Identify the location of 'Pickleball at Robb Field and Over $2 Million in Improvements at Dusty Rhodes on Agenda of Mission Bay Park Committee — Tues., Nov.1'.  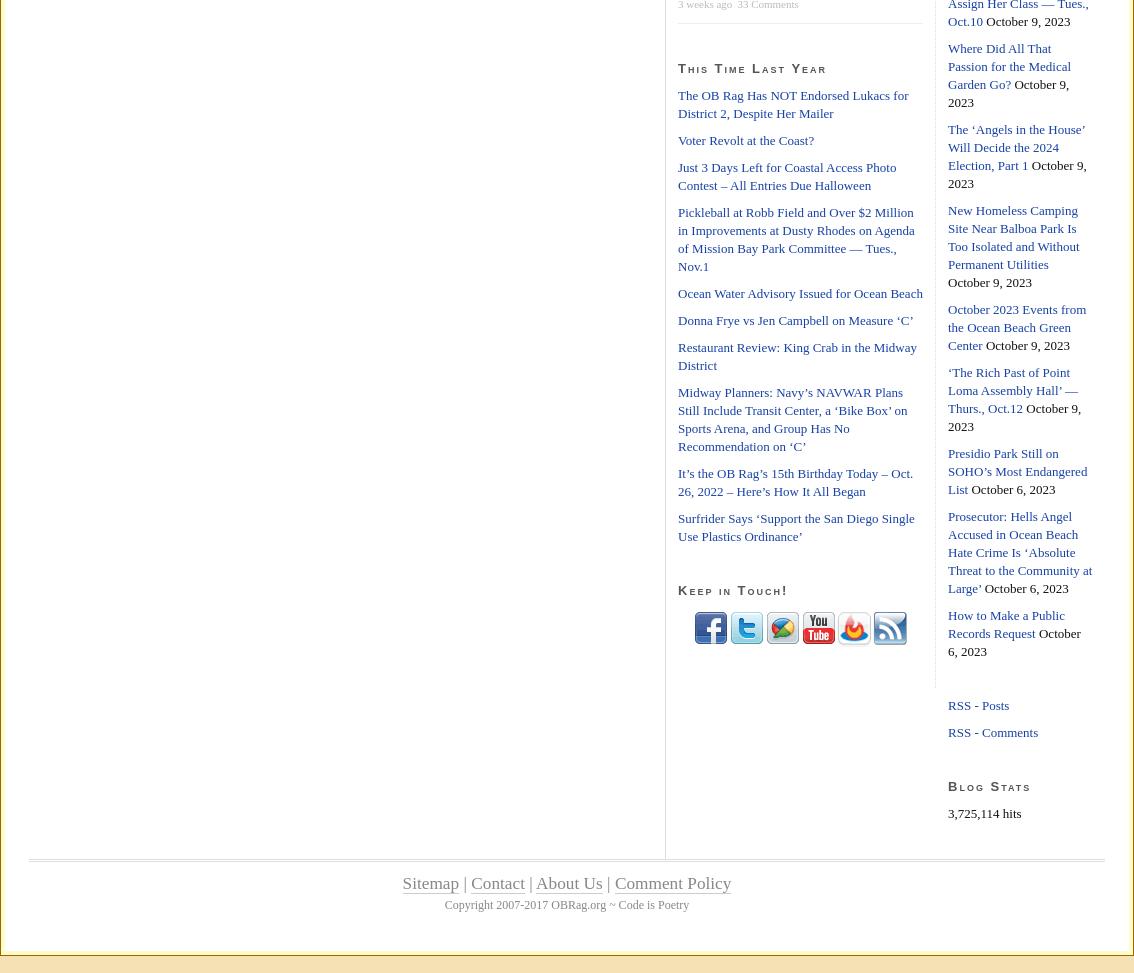
(795, 238).